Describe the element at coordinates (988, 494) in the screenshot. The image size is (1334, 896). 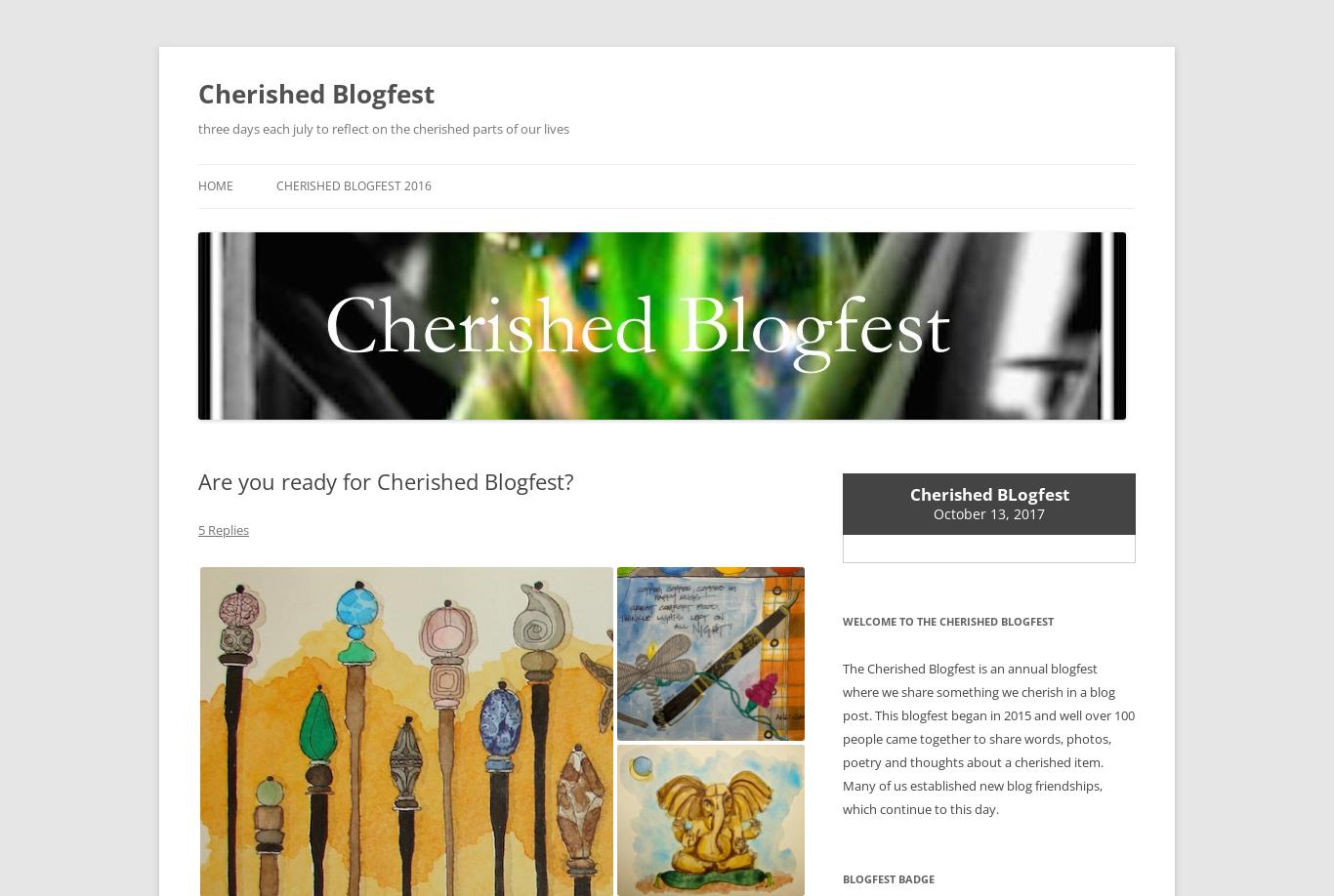
I see `'Cherished BLogfest'` at that location.